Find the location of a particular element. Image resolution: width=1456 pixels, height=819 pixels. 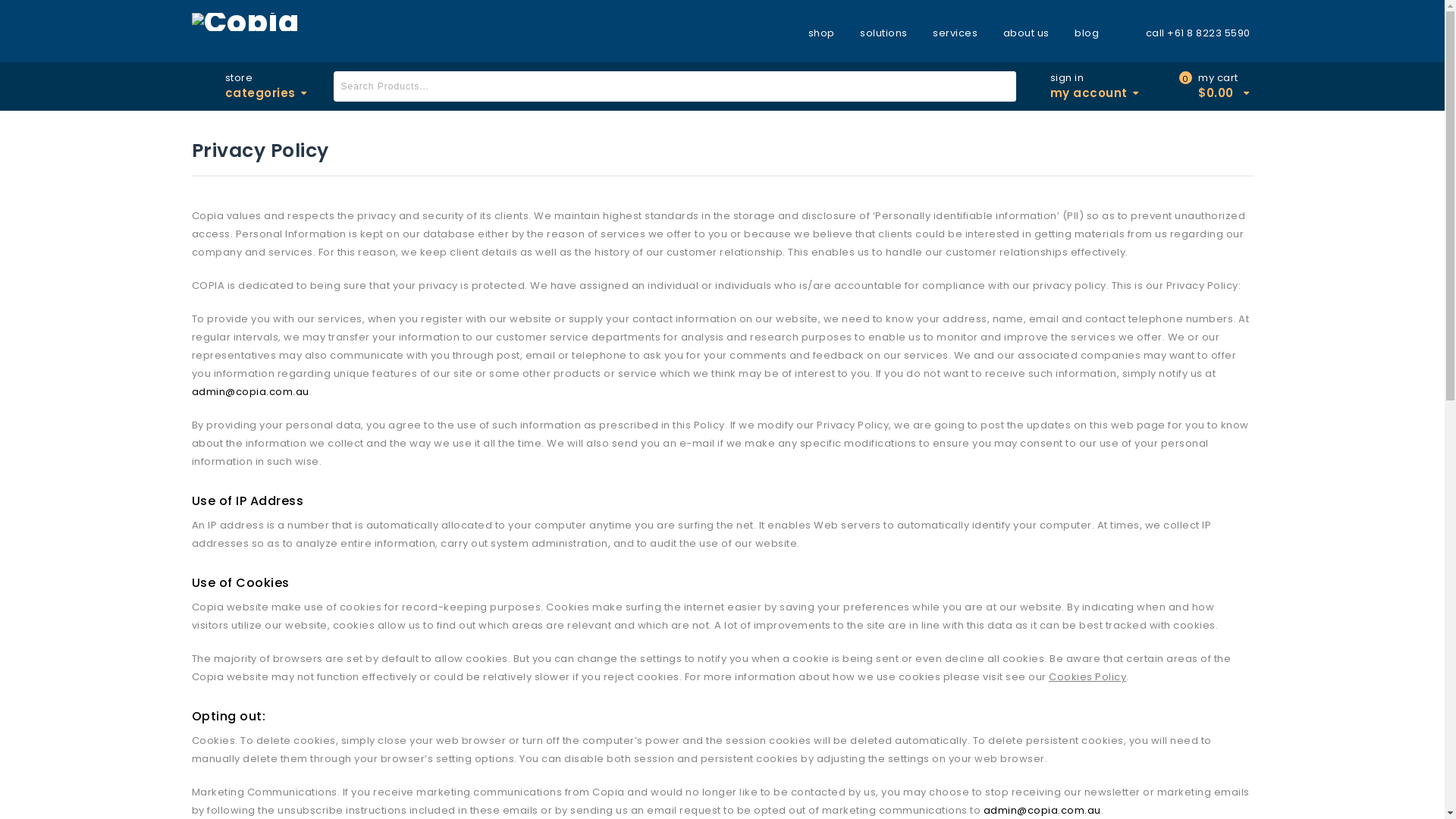

'0 is located at coordinates (1218, 86).